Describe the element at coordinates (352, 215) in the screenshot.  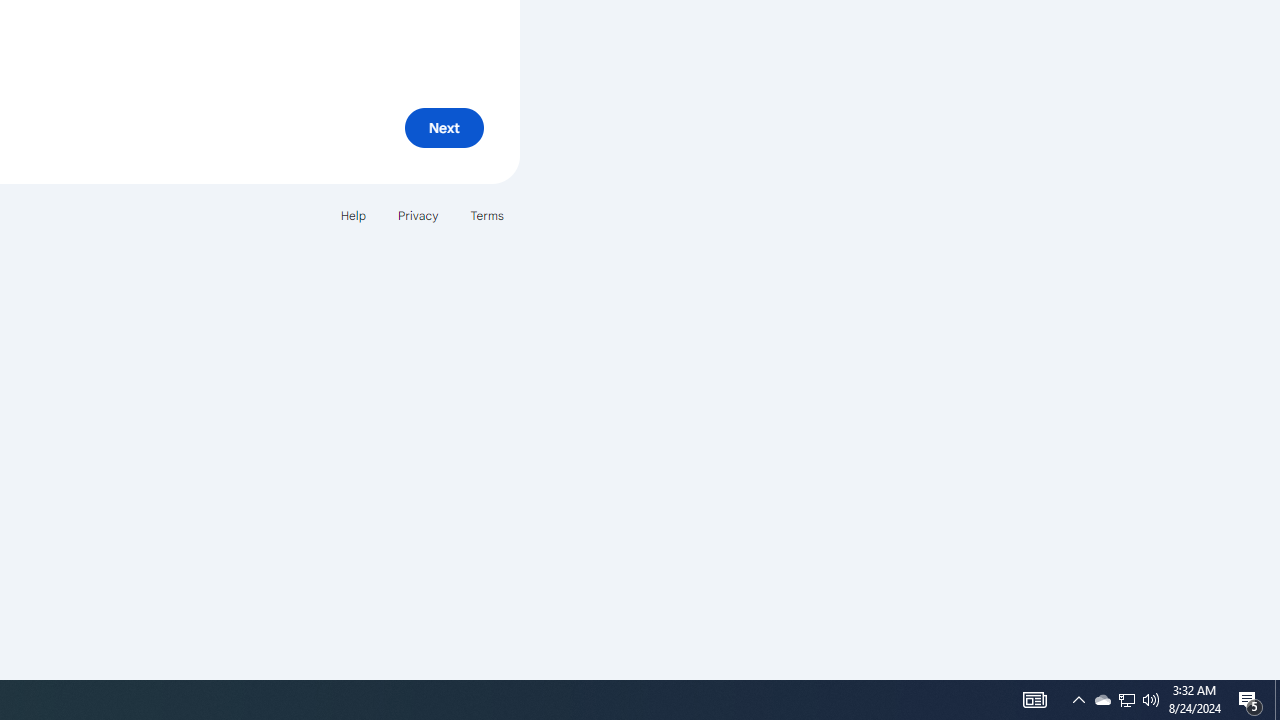
I see `'Help'` at that location.